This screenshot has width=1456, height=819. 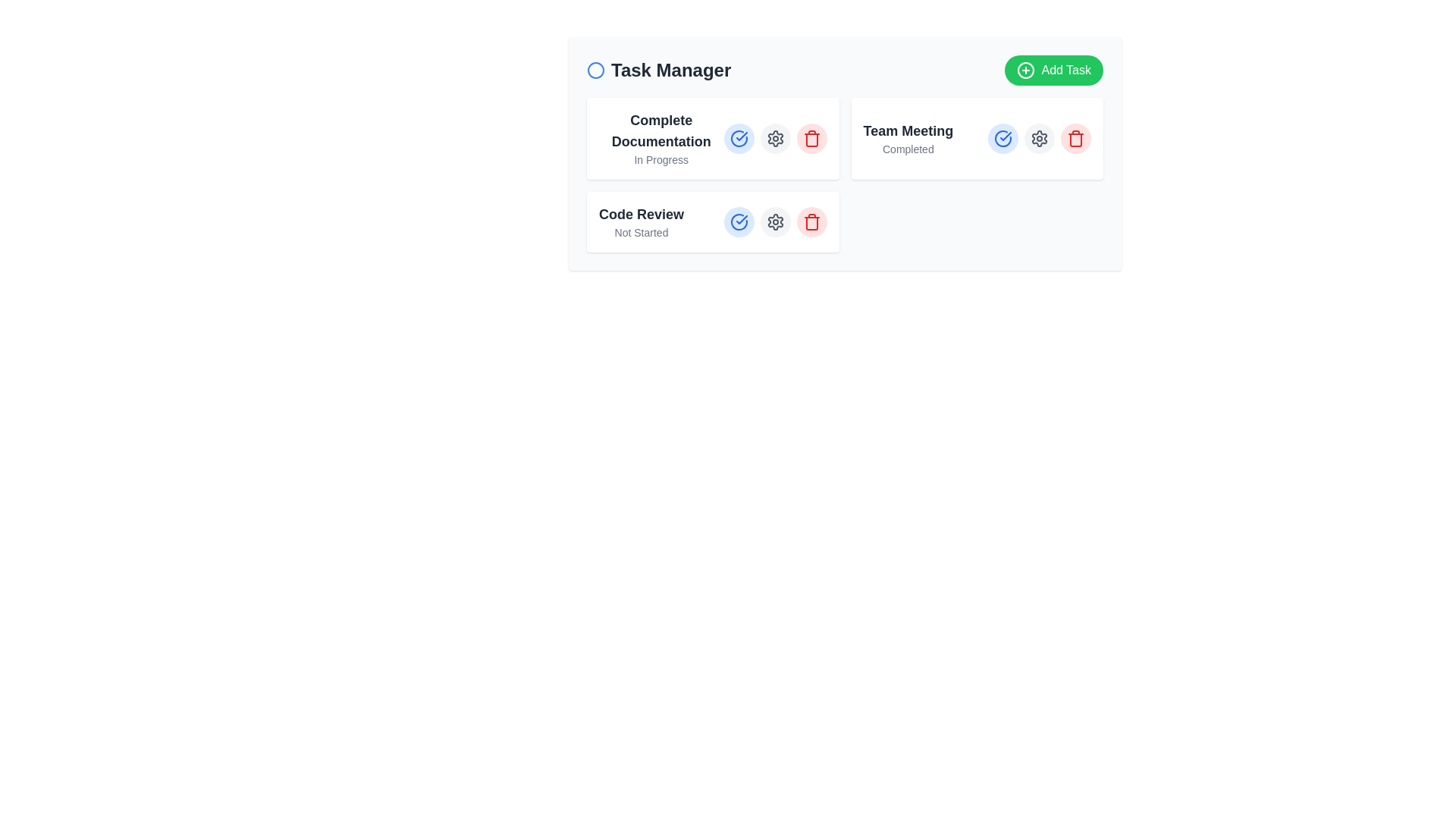 What do you see at coordinates (661, 130) in the screenshot?
I see `header text 'Complete Documentation' which is styled in bold and larger font, located at the top-left of the Task Manager interface, above 'In Progress'` at bounding box center [661, 130].